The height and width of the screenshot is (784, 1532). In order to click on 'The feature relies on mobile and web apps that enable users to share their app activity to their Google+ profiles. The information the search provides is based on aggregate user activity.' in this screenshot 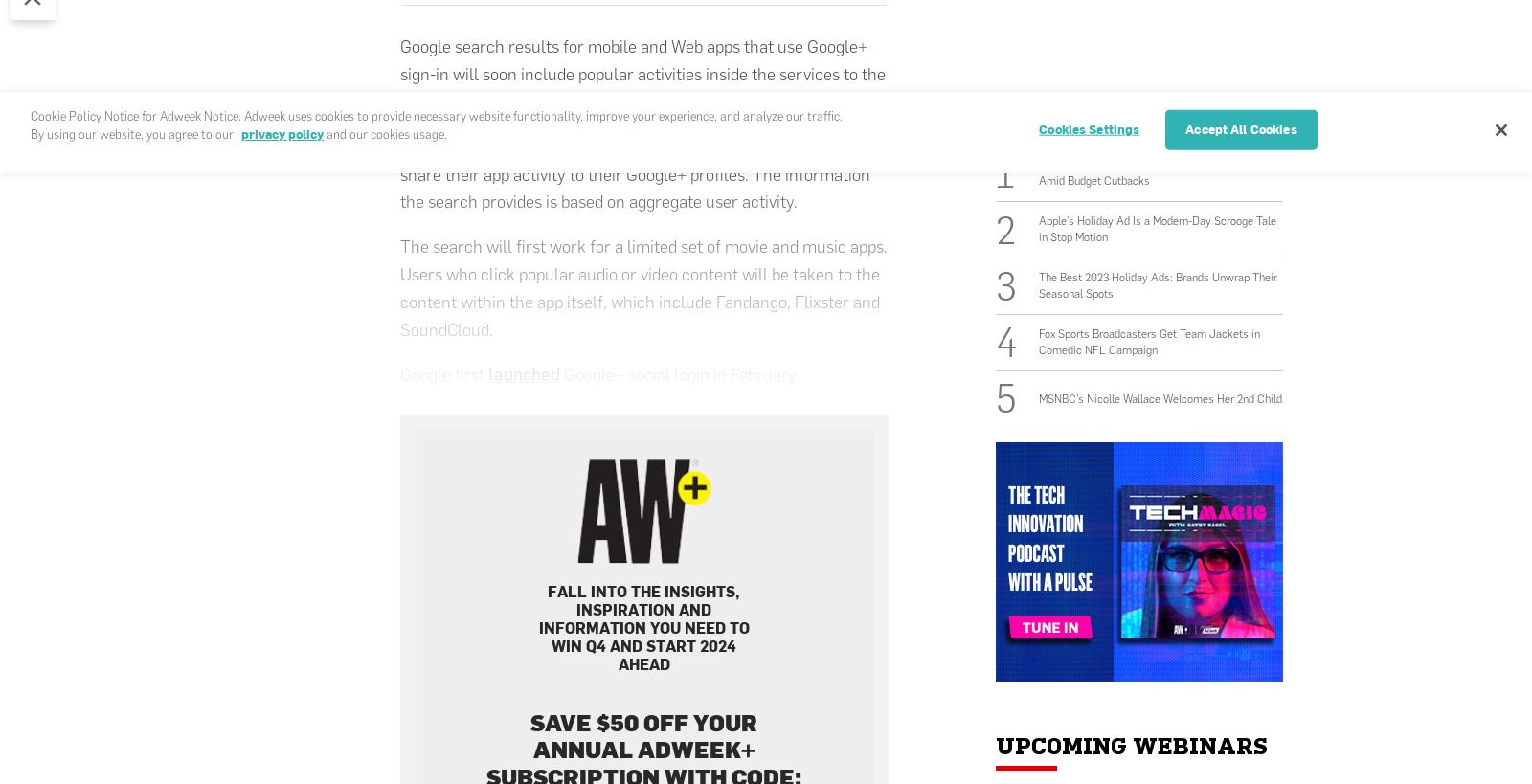, I will do `click(635, 173)`.